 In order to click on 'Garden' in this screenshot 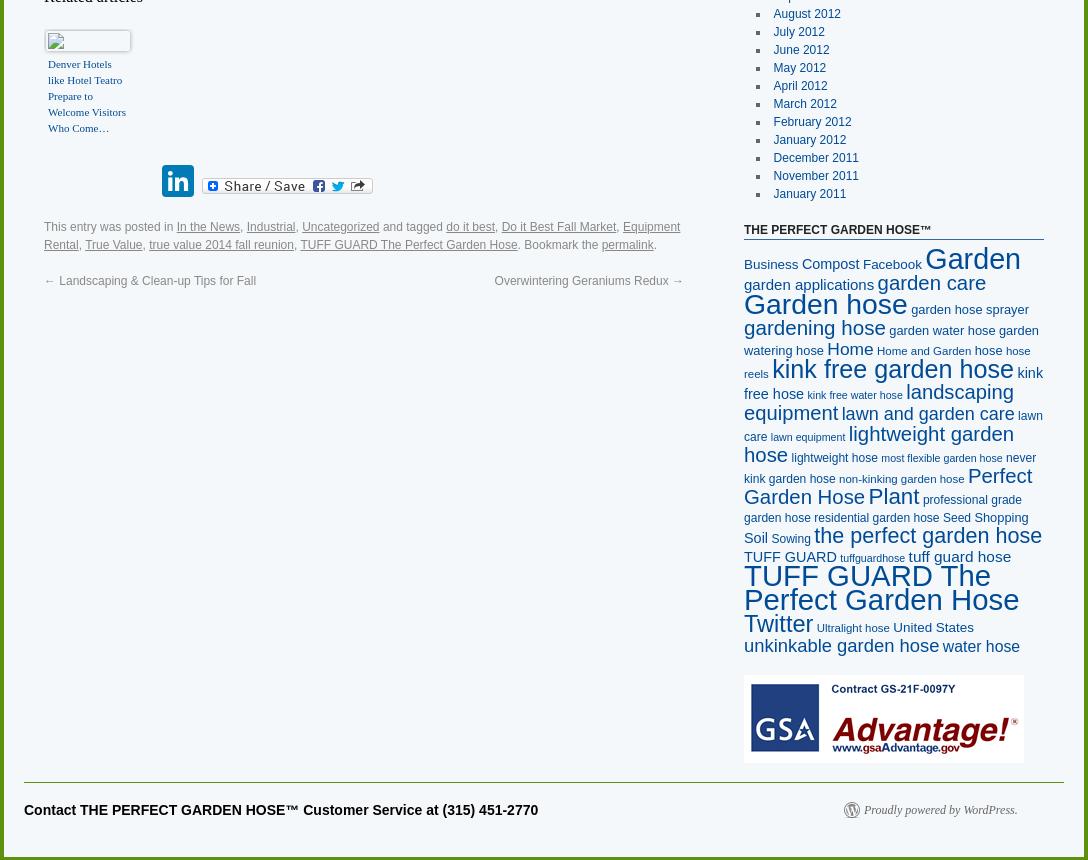, I will do `click(971, 258)`.